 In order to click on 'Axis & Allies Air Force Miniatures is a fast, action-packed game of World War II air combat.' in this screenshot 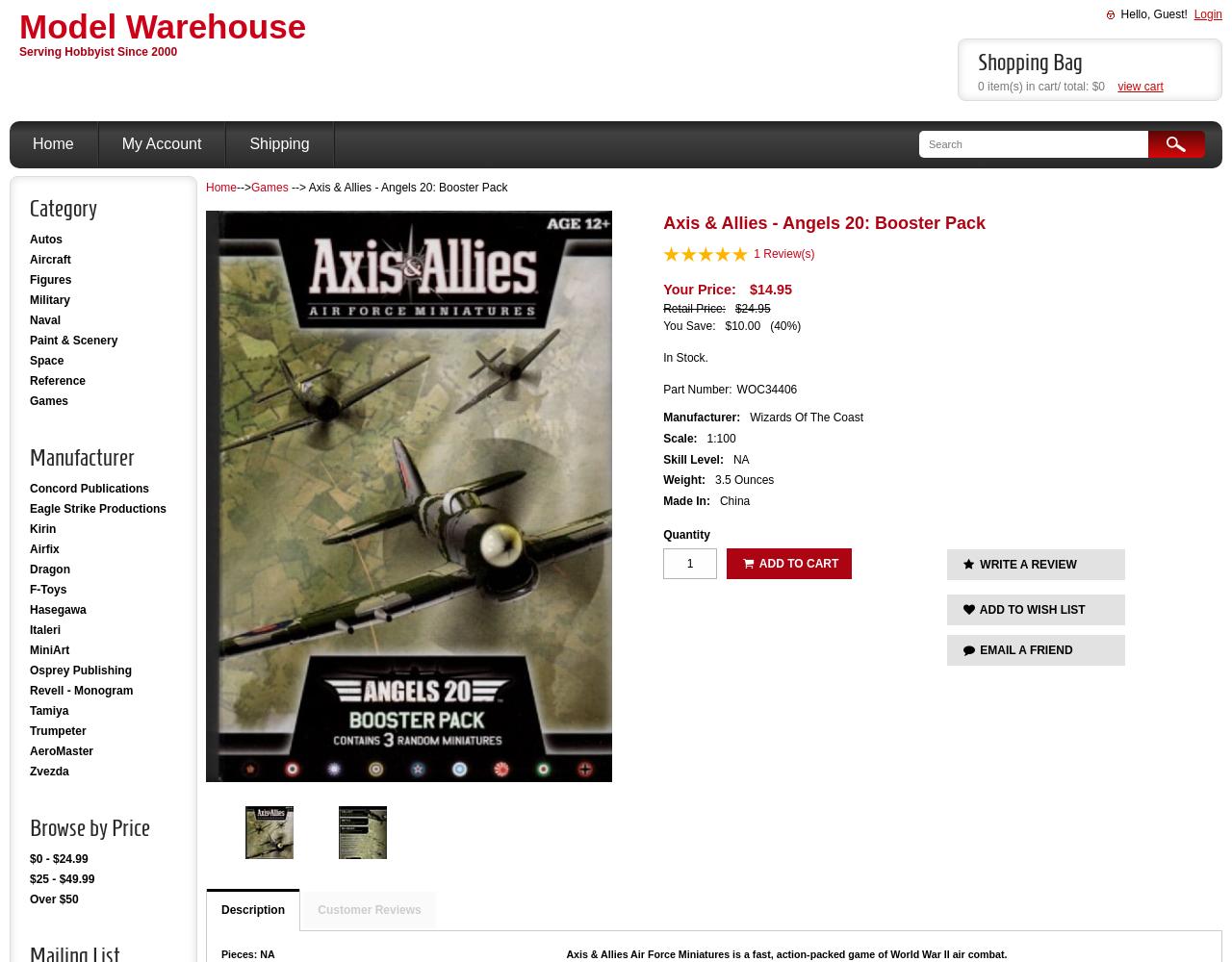, I will do `click(786, 952)`.